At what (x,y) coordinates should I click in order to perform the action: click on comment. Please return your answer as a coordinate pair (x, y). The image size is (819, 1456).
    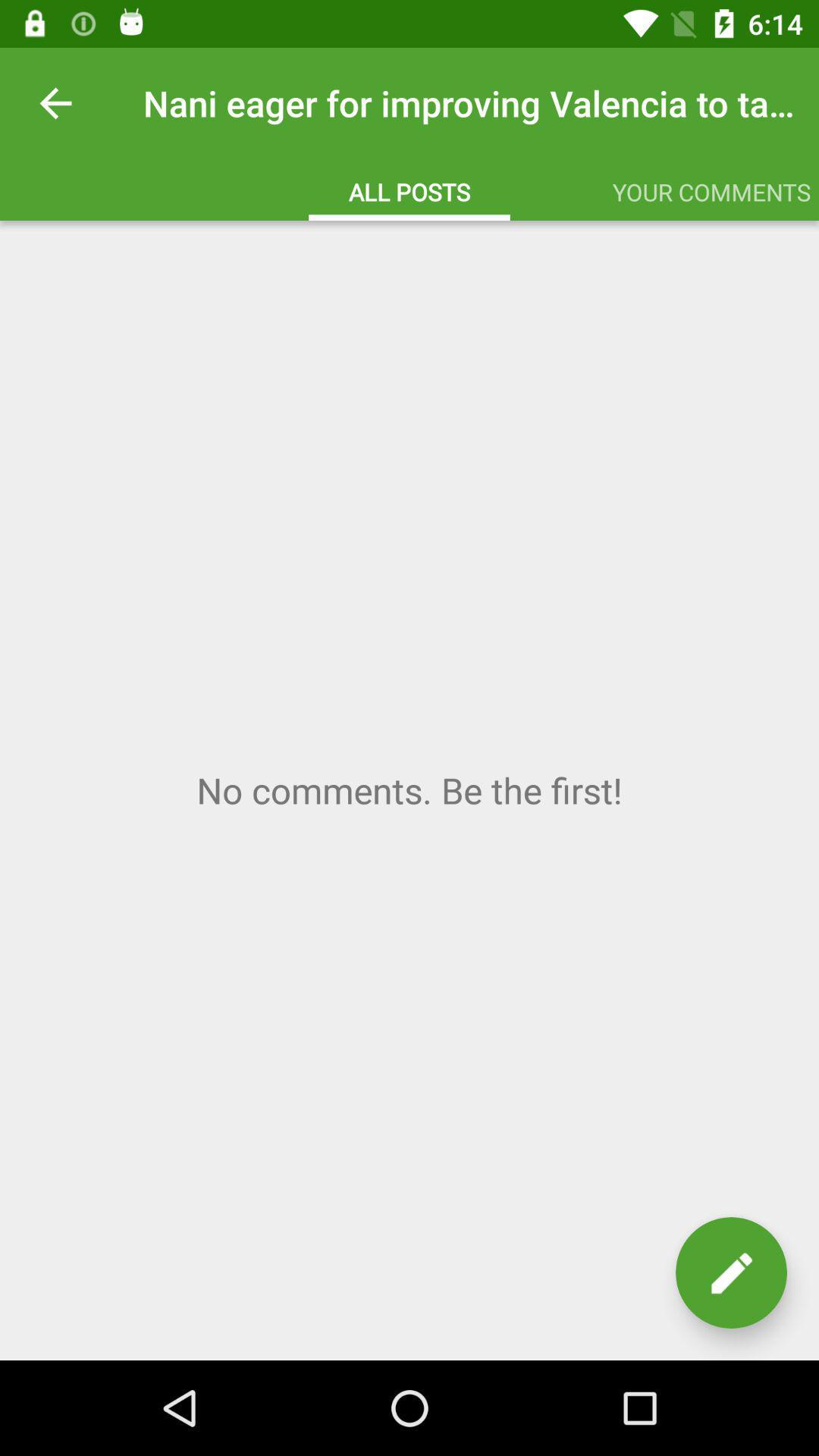
    Looking at the image, I should click on (730, 1272).